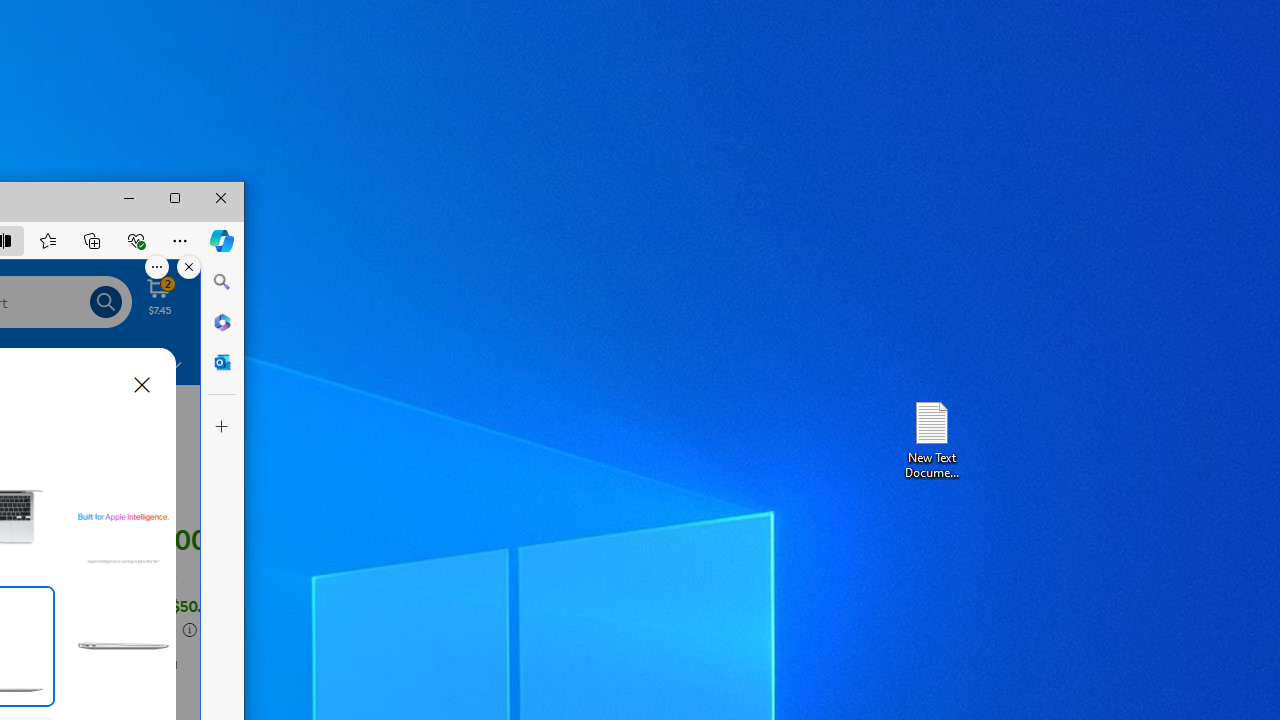  What do you see at coordinates (930, 438) in the screenshot?
I see `'New Text Document (2)'` at bounding box center [930, 438].